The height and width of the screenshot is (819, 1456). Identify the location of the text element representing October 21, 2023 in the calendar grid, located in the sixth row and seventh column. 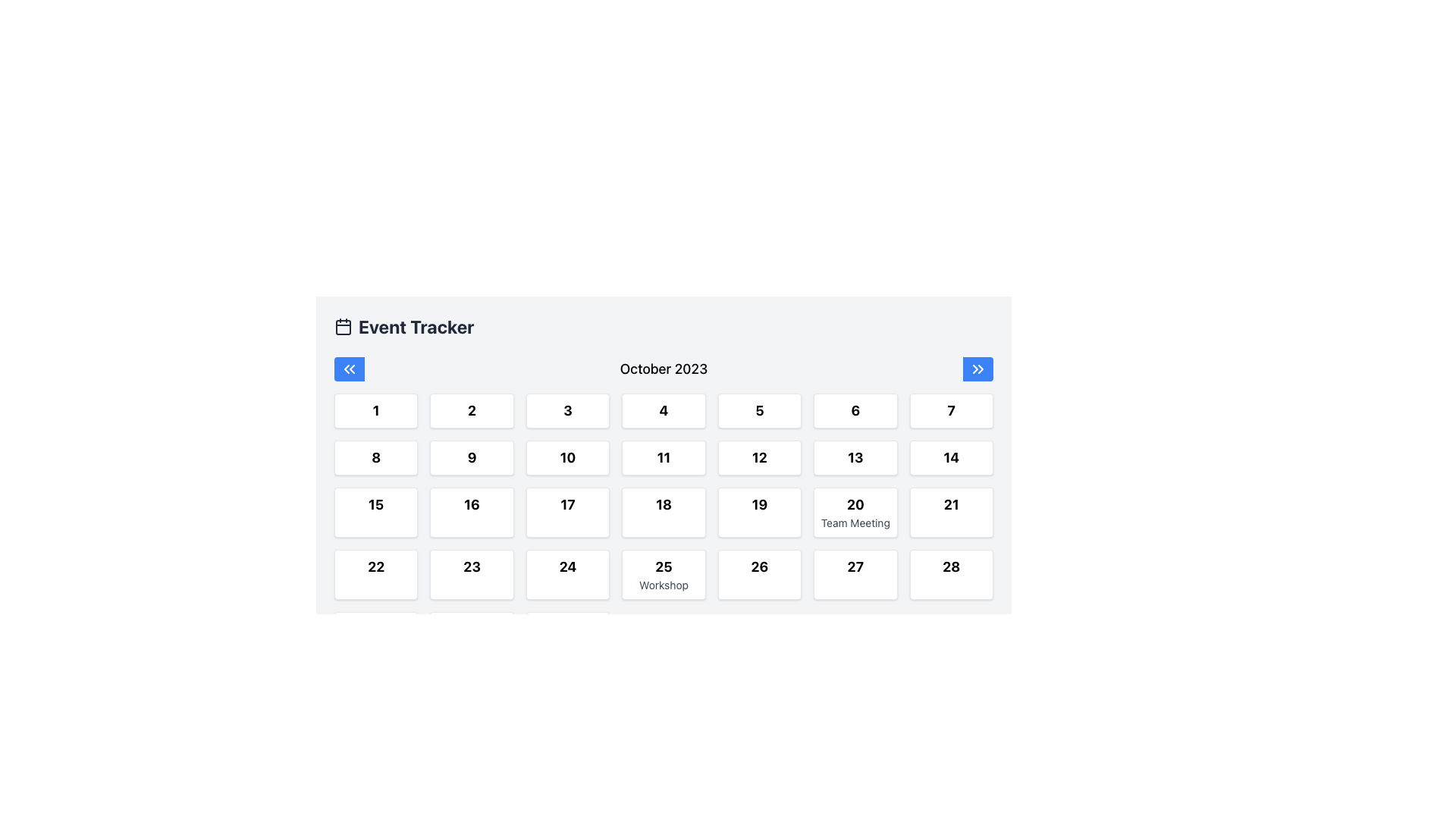
(950, 505).